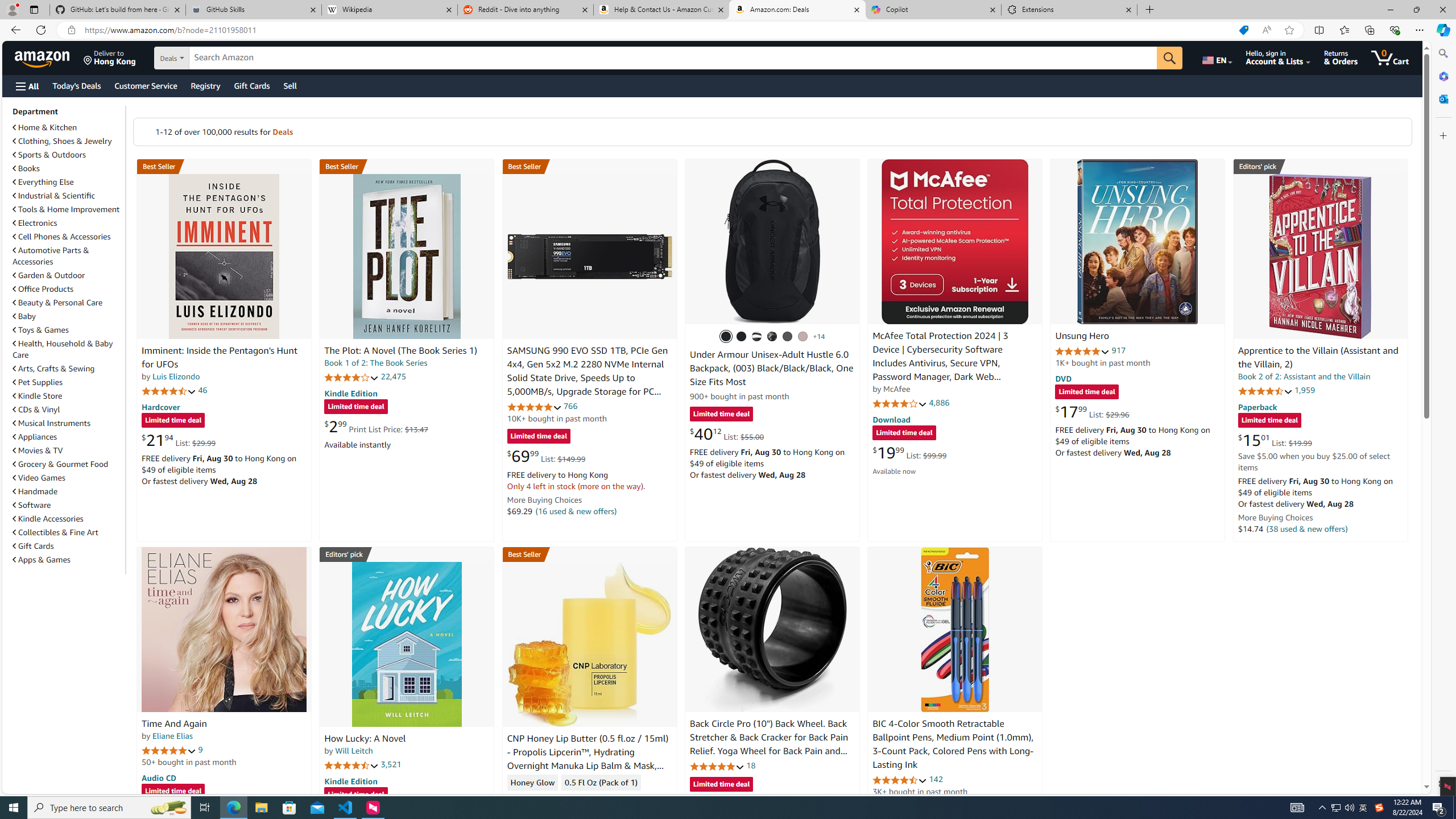 This screenshot has height=819, width=1456. What do you see at coordinates (55, 532) in the screenshot?
I see `'Collectibles & Fine Art'` at bounding box center [55, 532].